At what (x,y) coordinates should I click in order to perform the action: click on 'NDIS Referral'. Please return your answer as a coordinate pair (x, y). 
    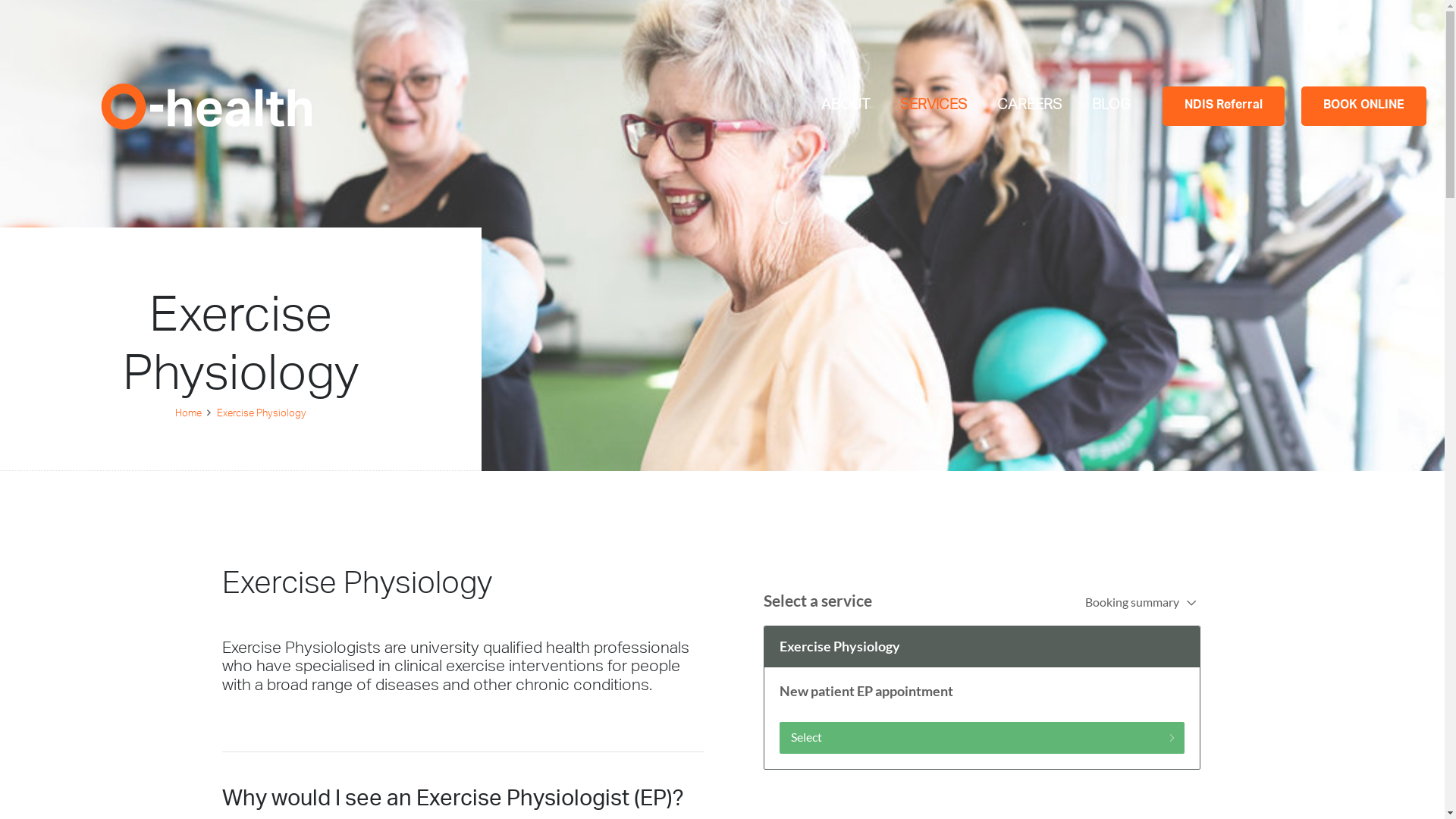
    Looking at the image, I should click on (1223, 105).